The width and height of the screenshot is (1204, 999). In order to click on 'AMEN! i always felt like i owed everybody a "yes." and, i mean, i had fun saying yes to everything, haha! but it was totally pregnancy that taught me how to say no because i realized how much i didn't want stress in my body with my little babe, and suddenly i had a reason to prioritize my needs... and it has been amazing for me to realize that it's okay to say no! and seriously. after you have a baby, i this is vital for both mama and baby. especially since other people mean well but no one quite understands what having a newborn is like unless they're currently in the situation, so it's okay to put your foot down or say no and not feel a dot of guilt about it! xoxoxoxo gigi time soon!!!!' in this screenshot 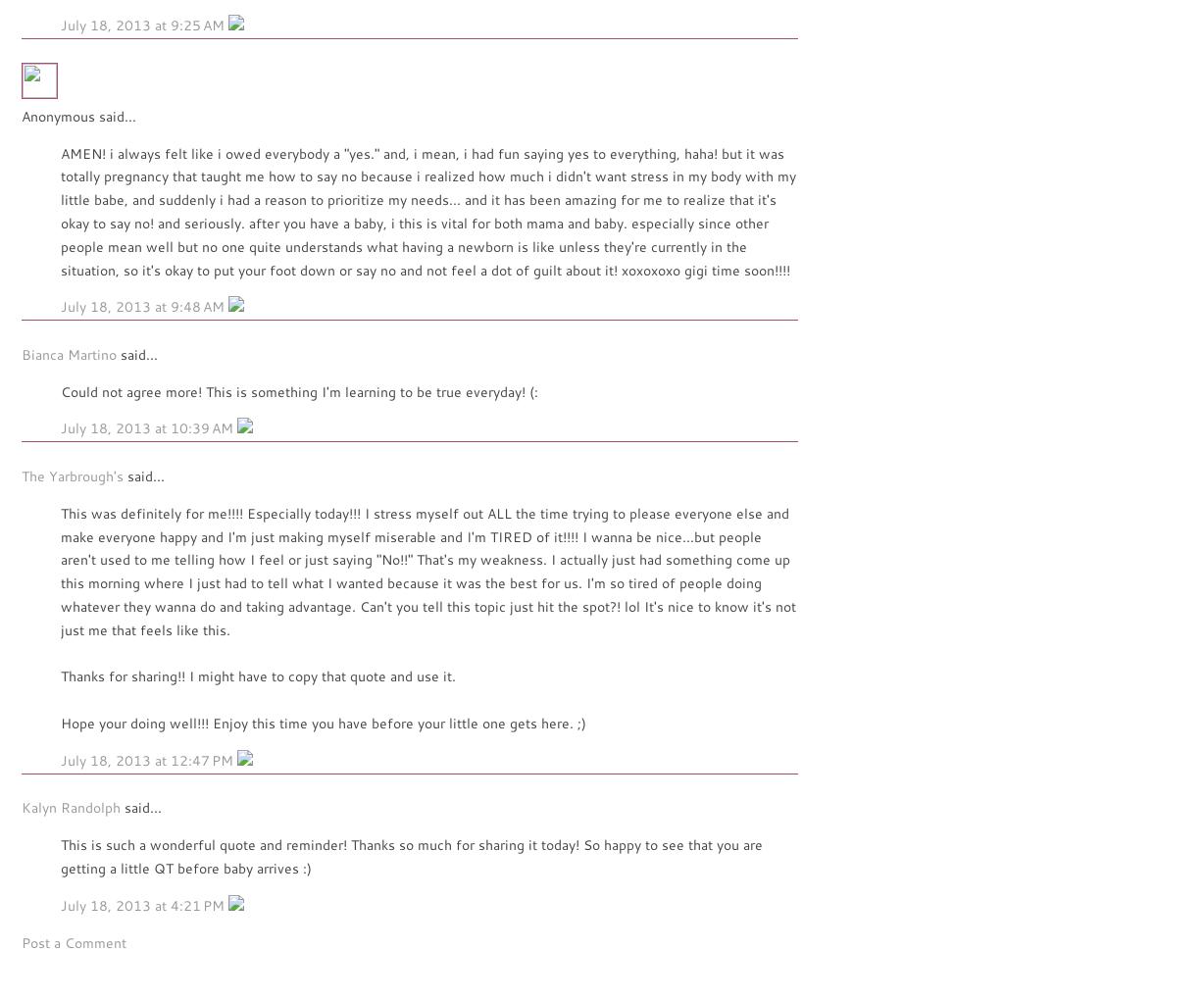, I will do `click(428, 210)`.